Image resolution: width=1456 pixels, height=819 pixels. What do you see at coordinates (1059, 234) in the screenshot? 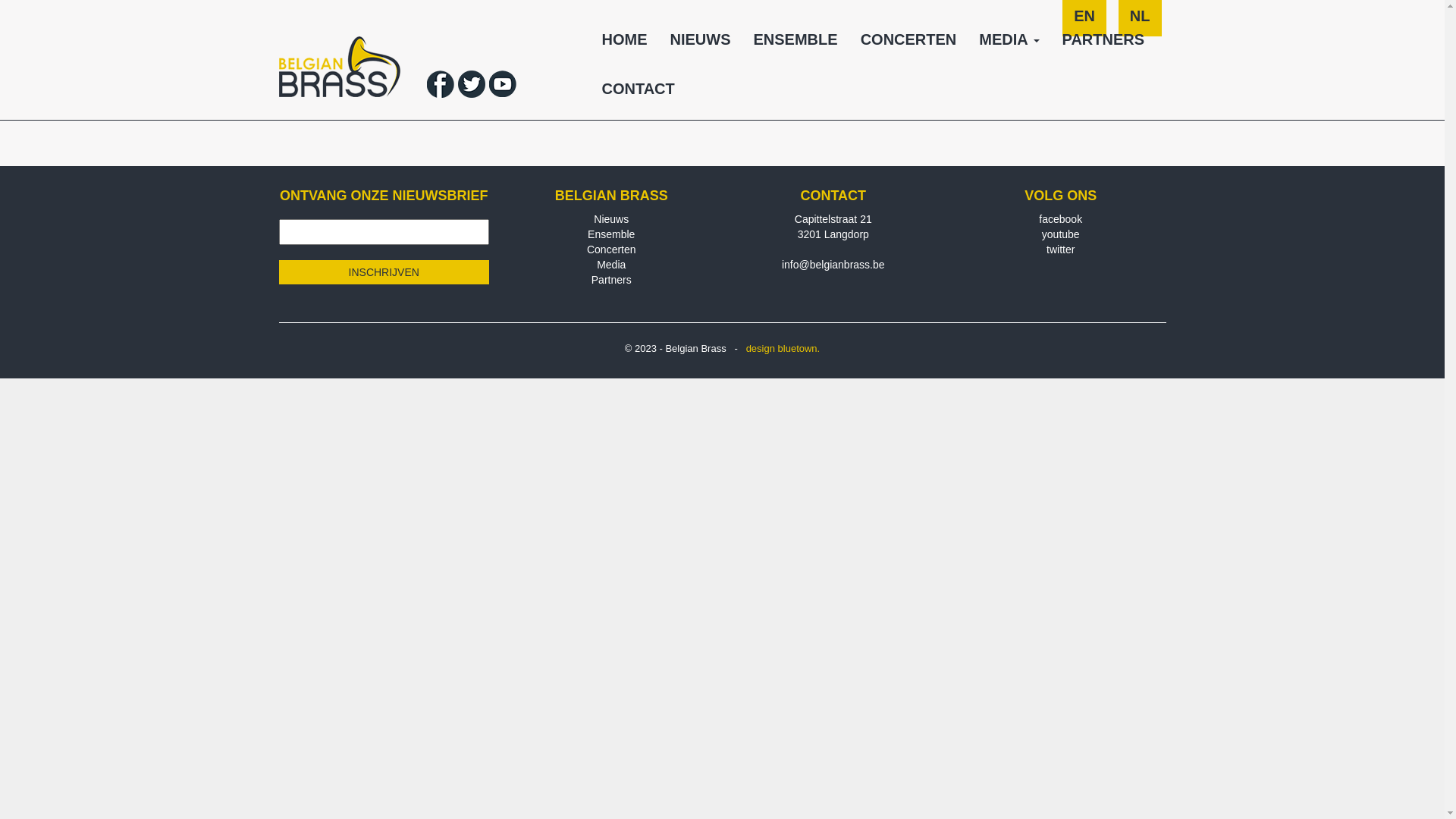
I see `'youtube'` at bounding box center [1059, 234].